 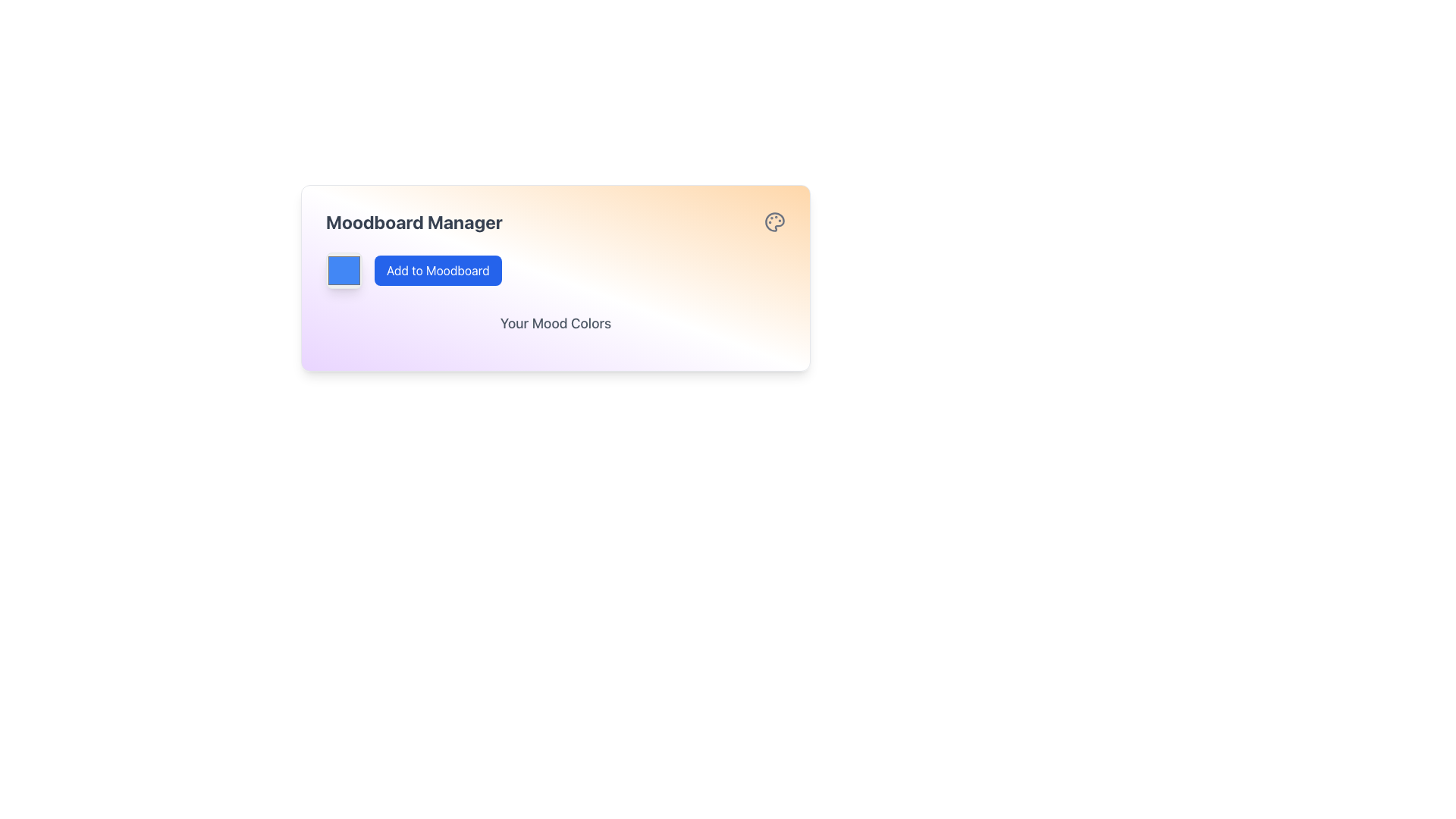 I want to click on the text label displaying 'Your Mood Colors', which is centrally positioned beneath the 'Add to Moodboard' button and styled in bold gray font, so click(x=555, y=323).